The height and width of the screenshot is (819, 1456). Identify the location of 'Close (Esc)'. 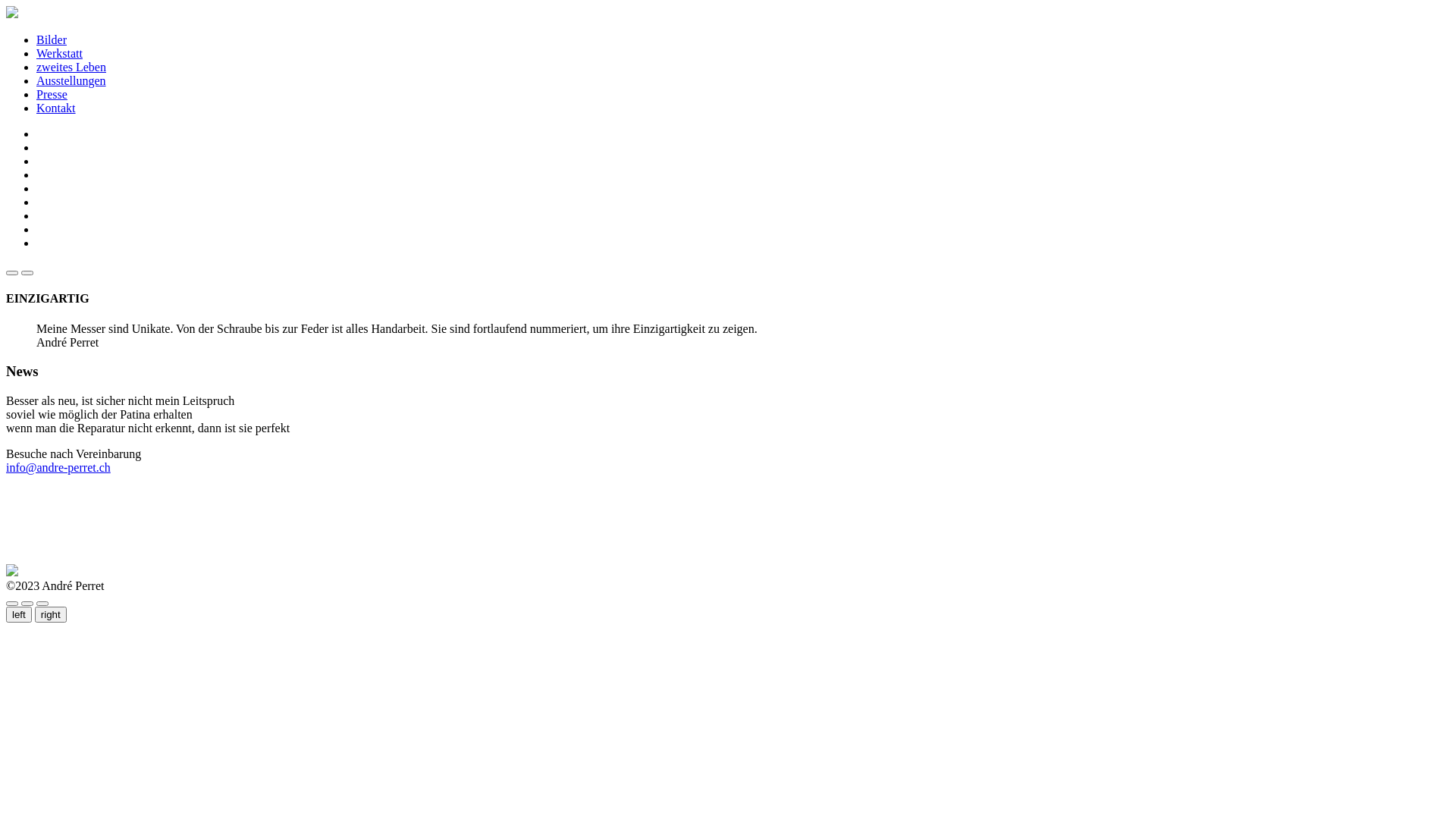
(11, 602).